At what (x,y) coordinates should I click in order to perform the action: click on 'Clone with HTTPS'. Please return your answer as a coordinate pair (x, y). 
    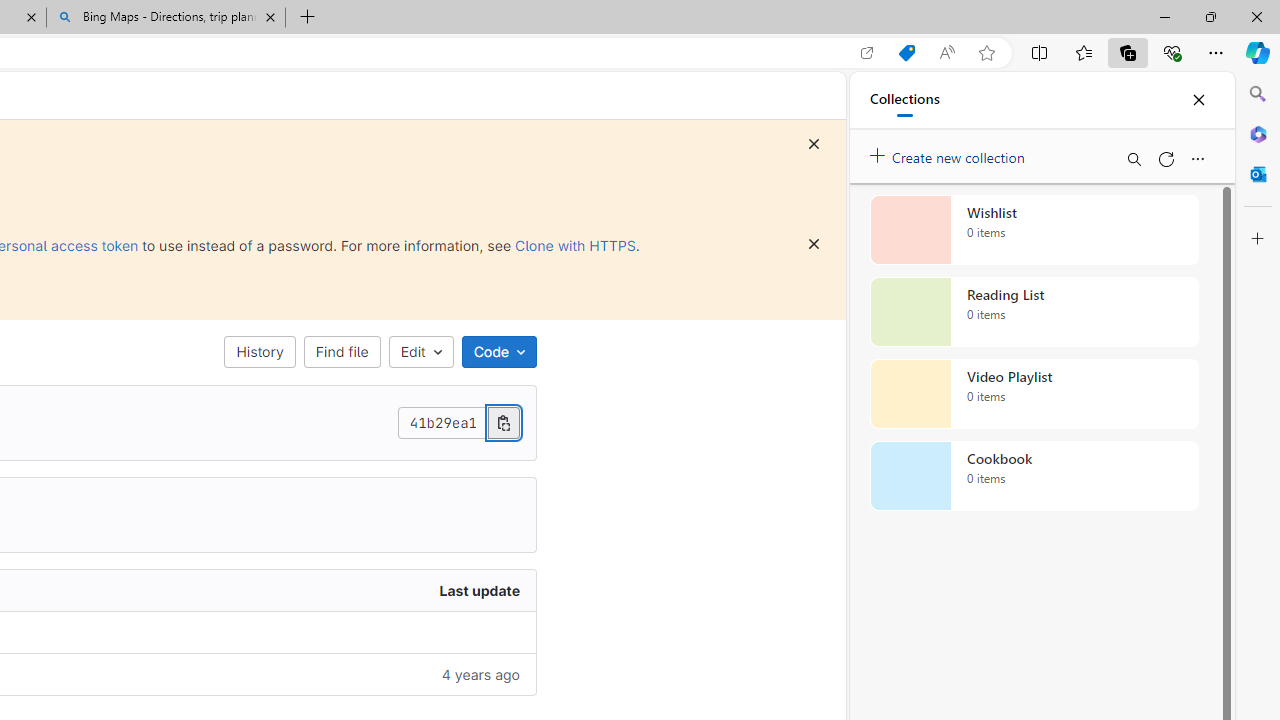
    Looking at the image, I should click on (574, 244).